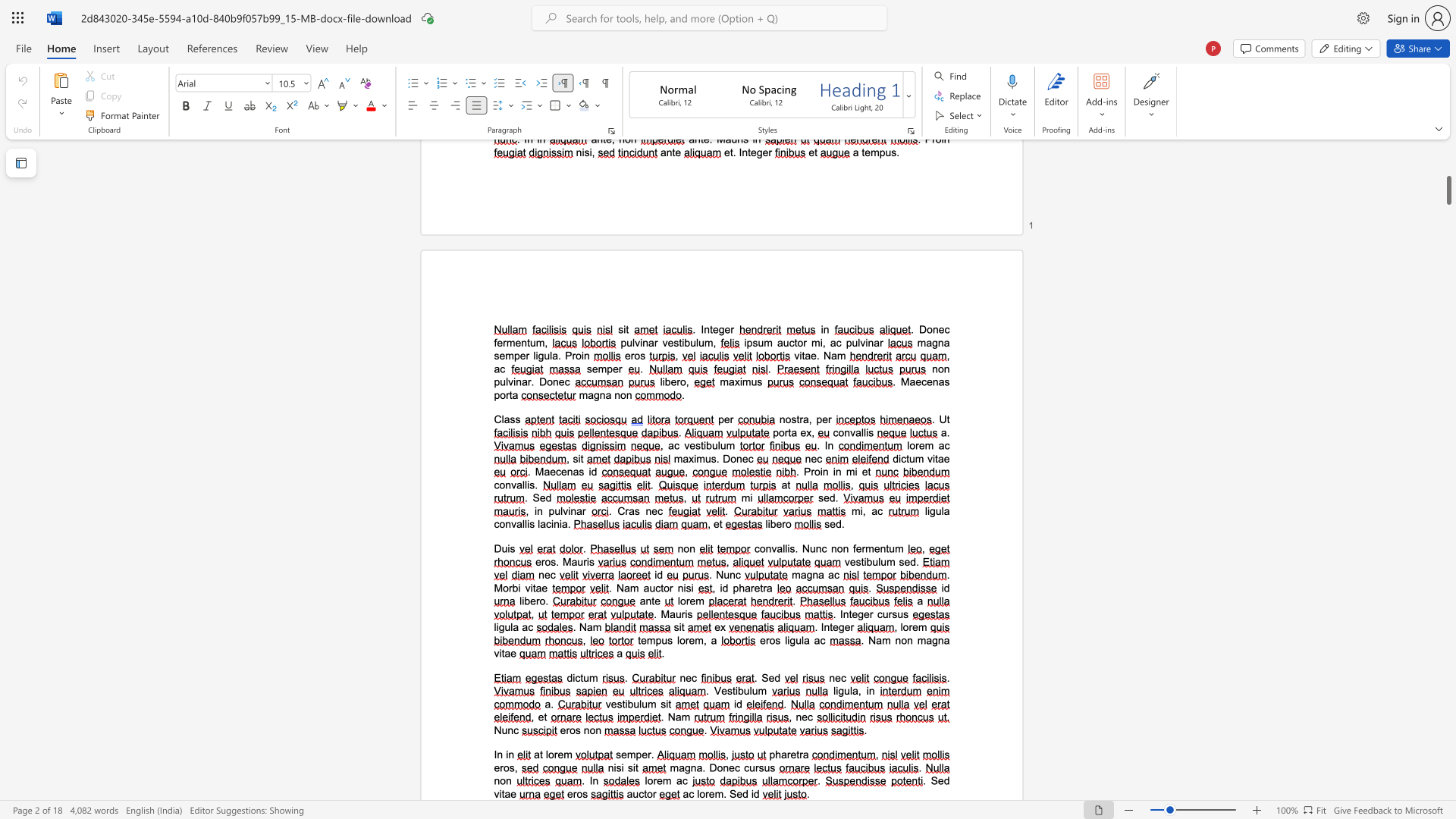  What do you see at coordinates (756, 793) in the screenshot?
I see `the 2th character "d" in the text` at bounding box center [756, 793].